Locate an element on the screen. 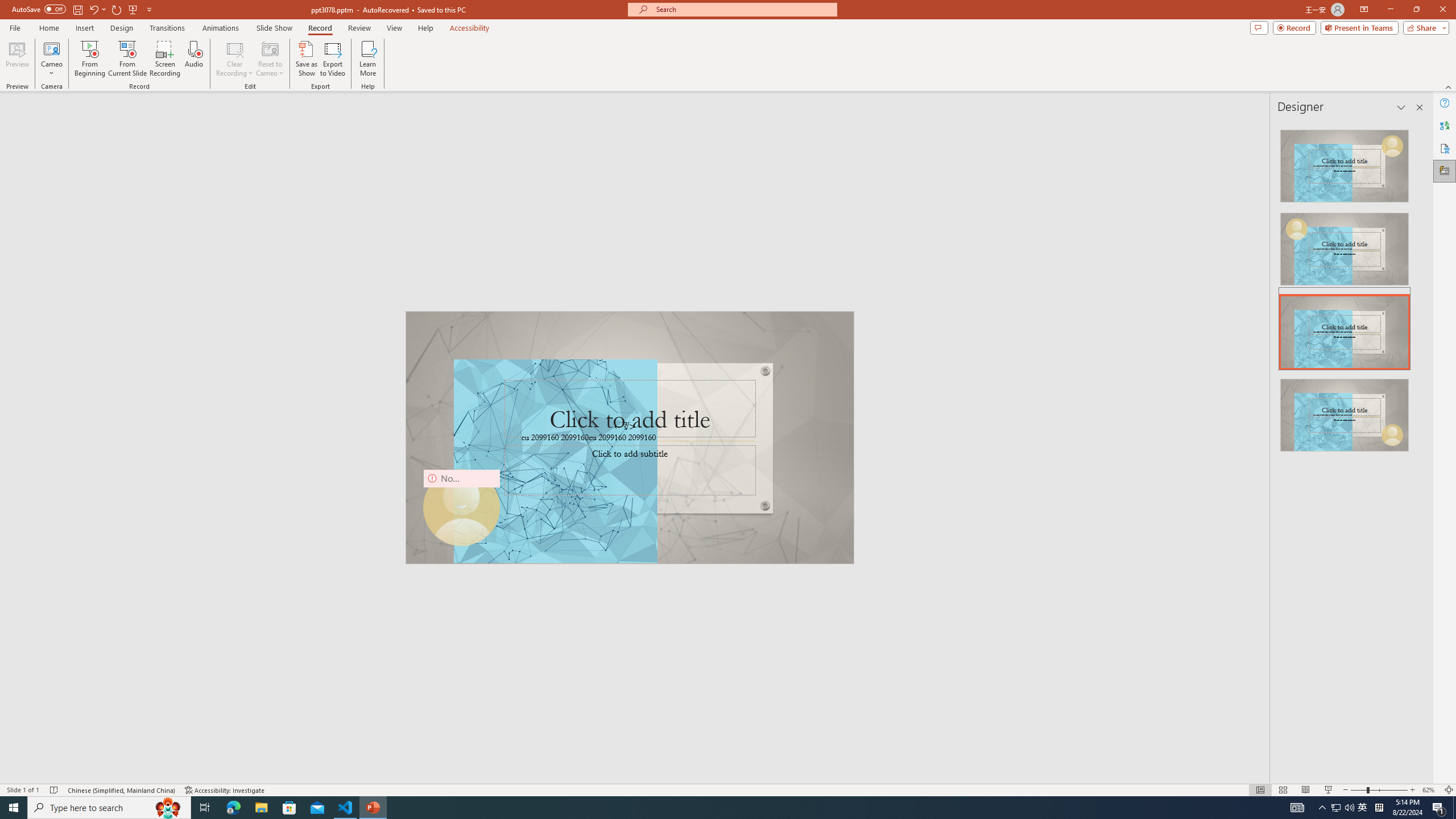  'Zoom 62%' is located at coordinates (1430, 790).